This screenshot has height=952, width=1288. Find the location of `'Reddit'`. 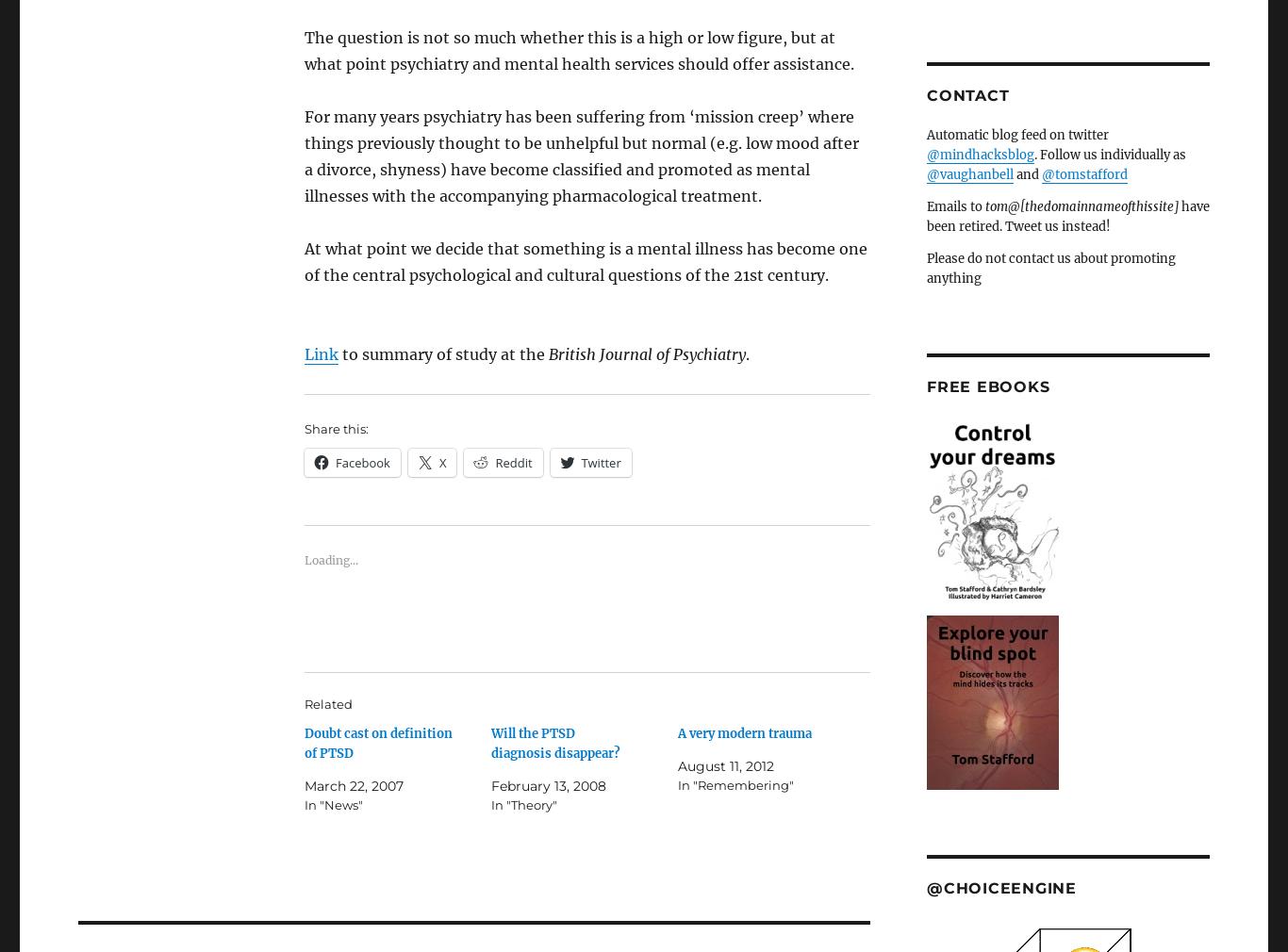

'Reddit' is located at coordinates (513, 462).